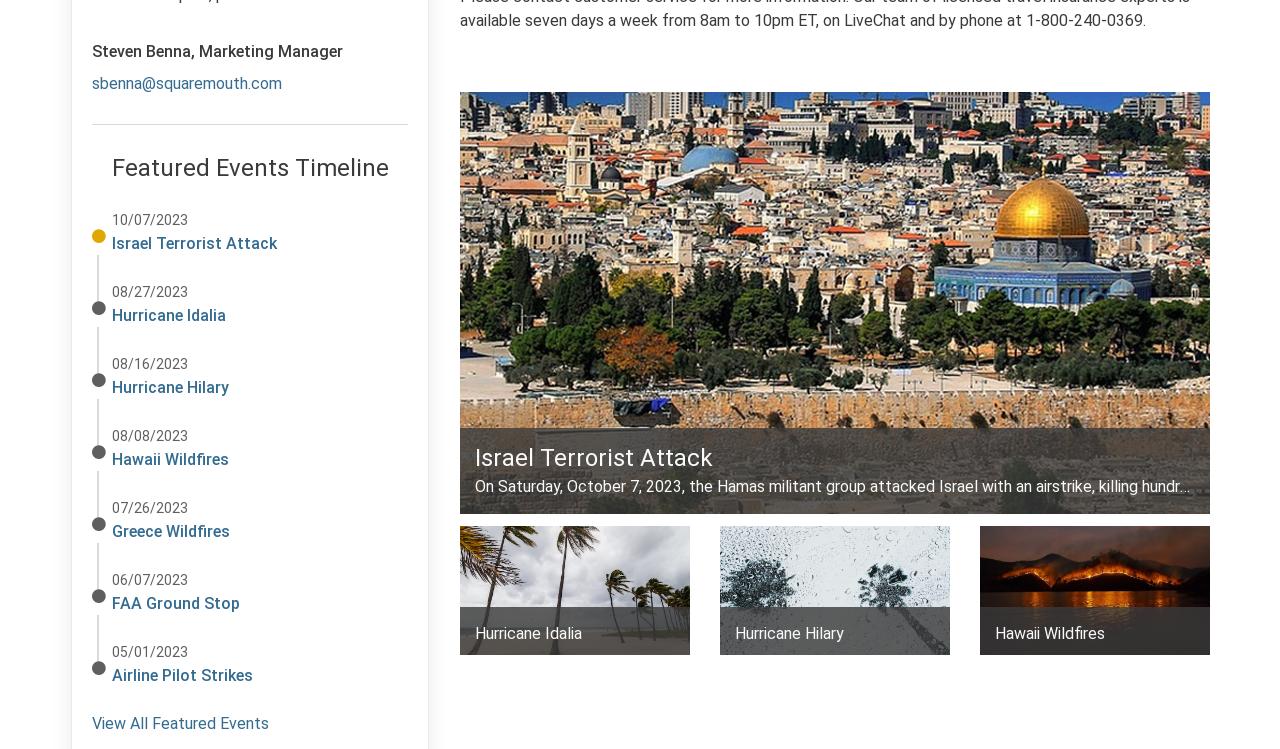 This screenshot has width=1280, height=749. I want to click on 'Featured Events Timeline', so click(248, 167).